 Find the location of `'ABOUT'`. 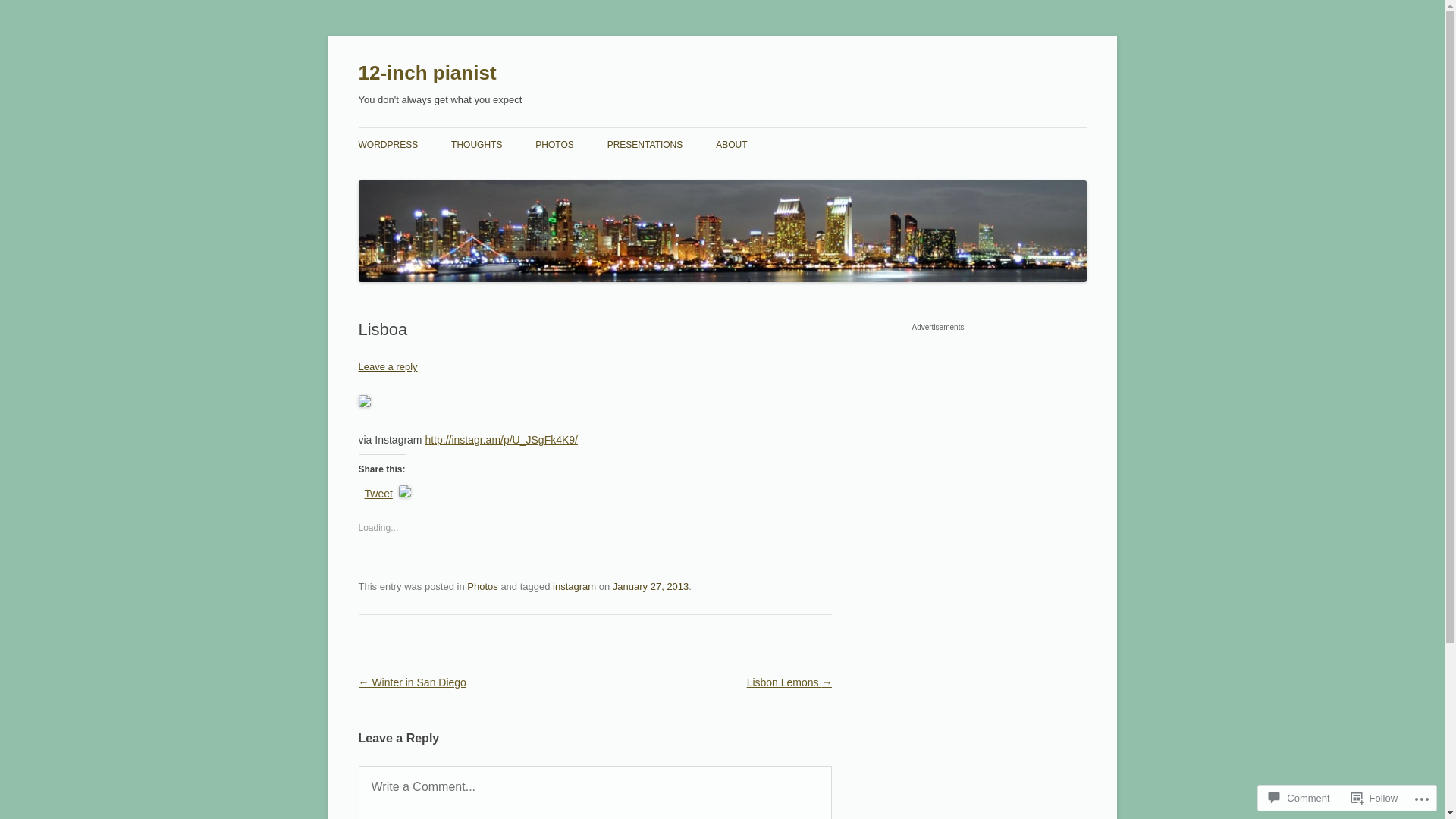

'ABOUT' is located at coordinates (731, 145).